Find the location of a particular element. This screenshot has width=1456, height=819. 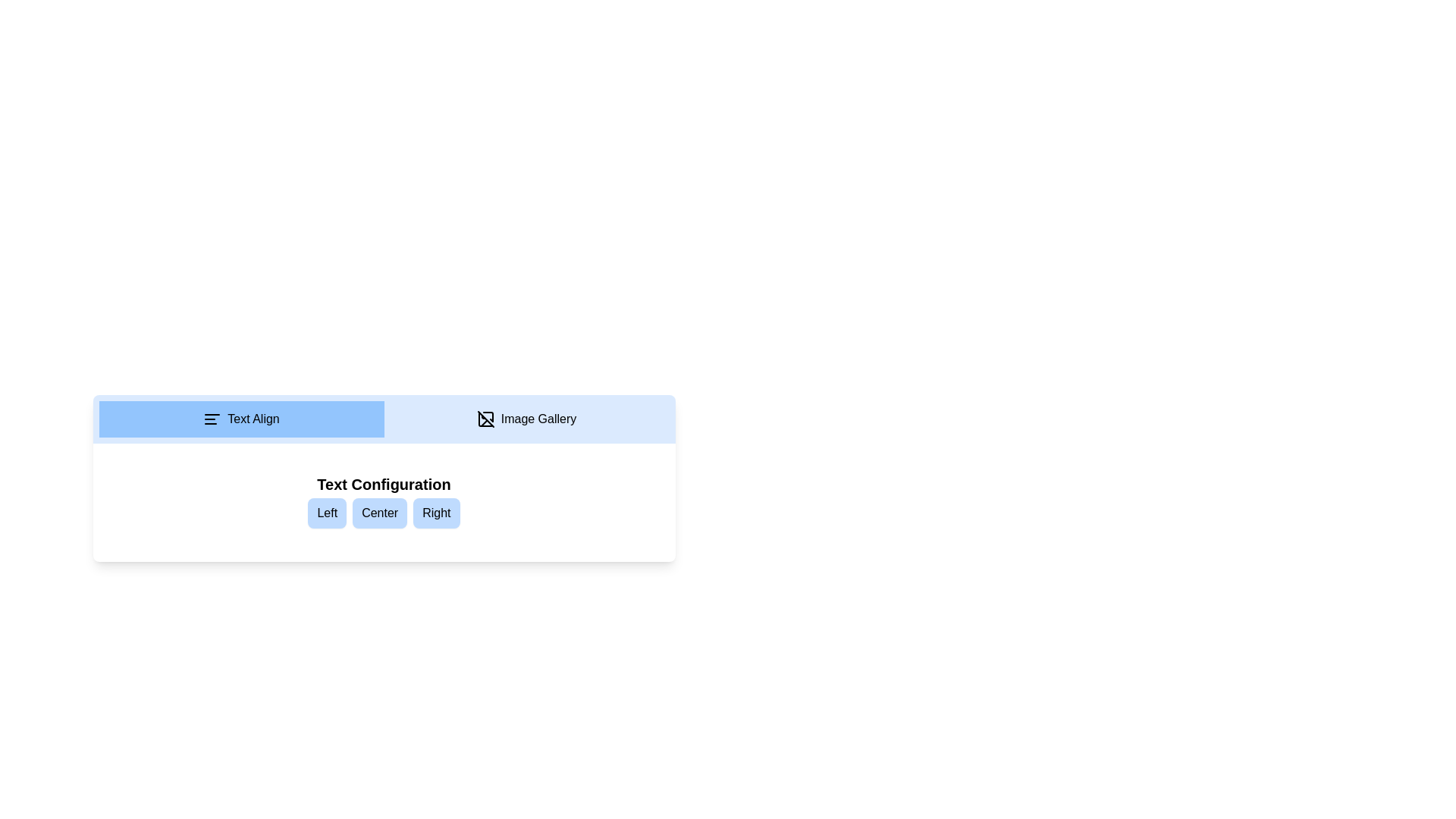

the Center alignment button is located at coordinates (380, 513).